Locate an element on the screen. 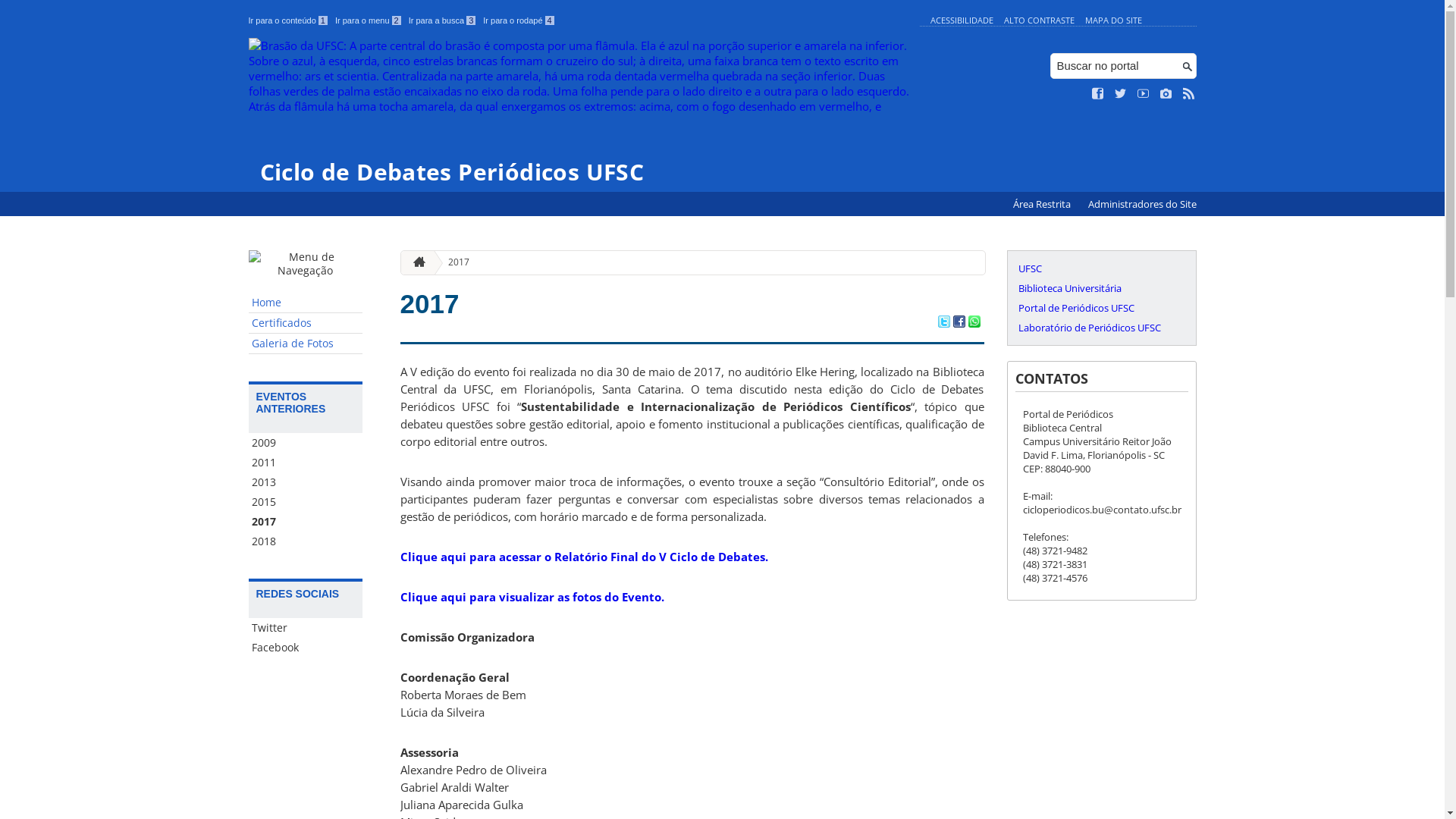 Image resolution: width=1456 pixels, height=819 pixels. 'MAPA DO SITE' is located at coordinates (1112, 20).